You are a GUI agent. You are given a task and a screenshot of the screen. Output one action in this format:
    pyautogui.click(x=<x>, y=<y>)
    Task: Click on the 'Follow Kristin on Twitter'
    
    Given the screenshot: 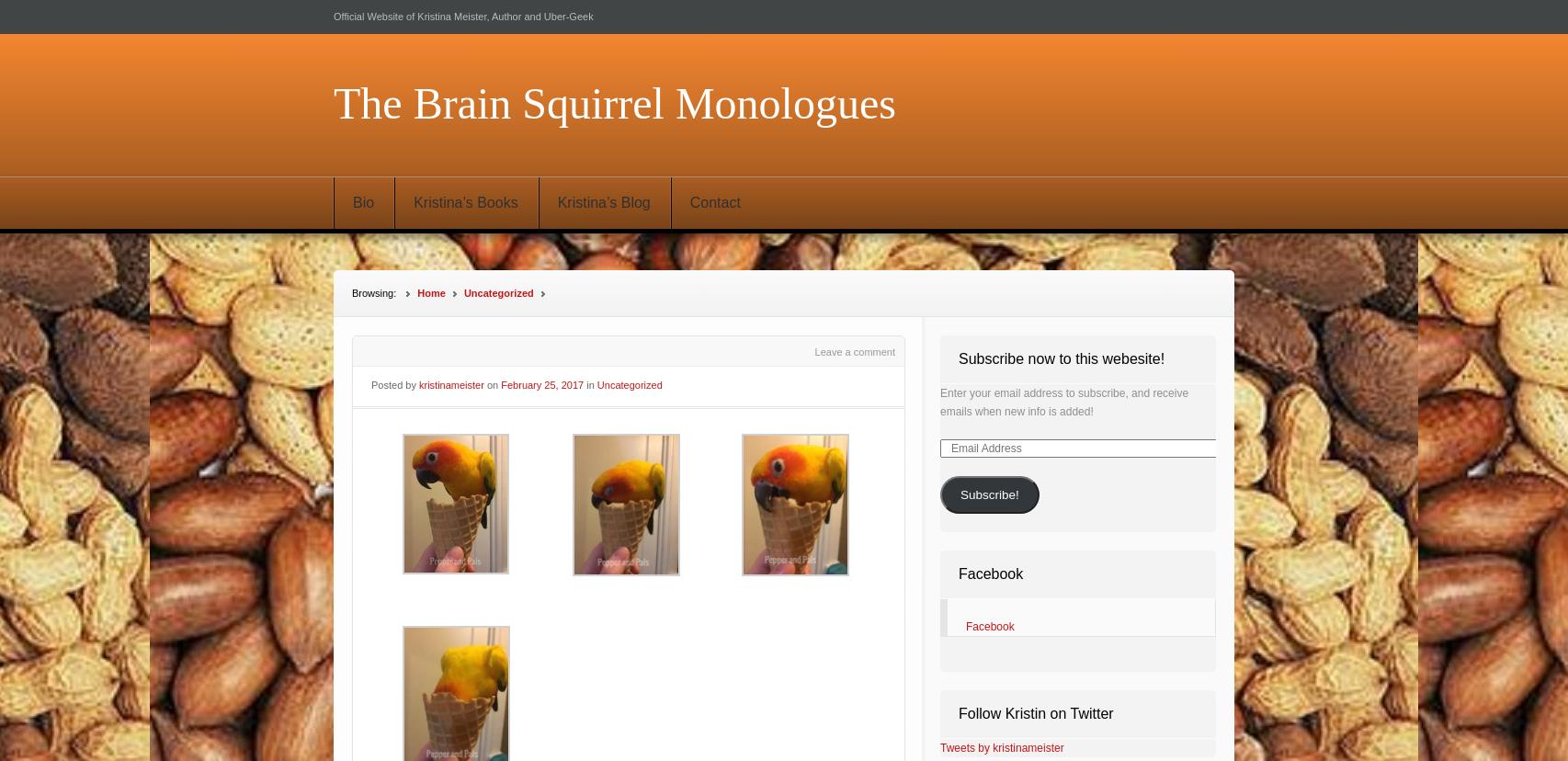 What is the action you would take?
    pyautogui.click(x=1035, y=713)
    